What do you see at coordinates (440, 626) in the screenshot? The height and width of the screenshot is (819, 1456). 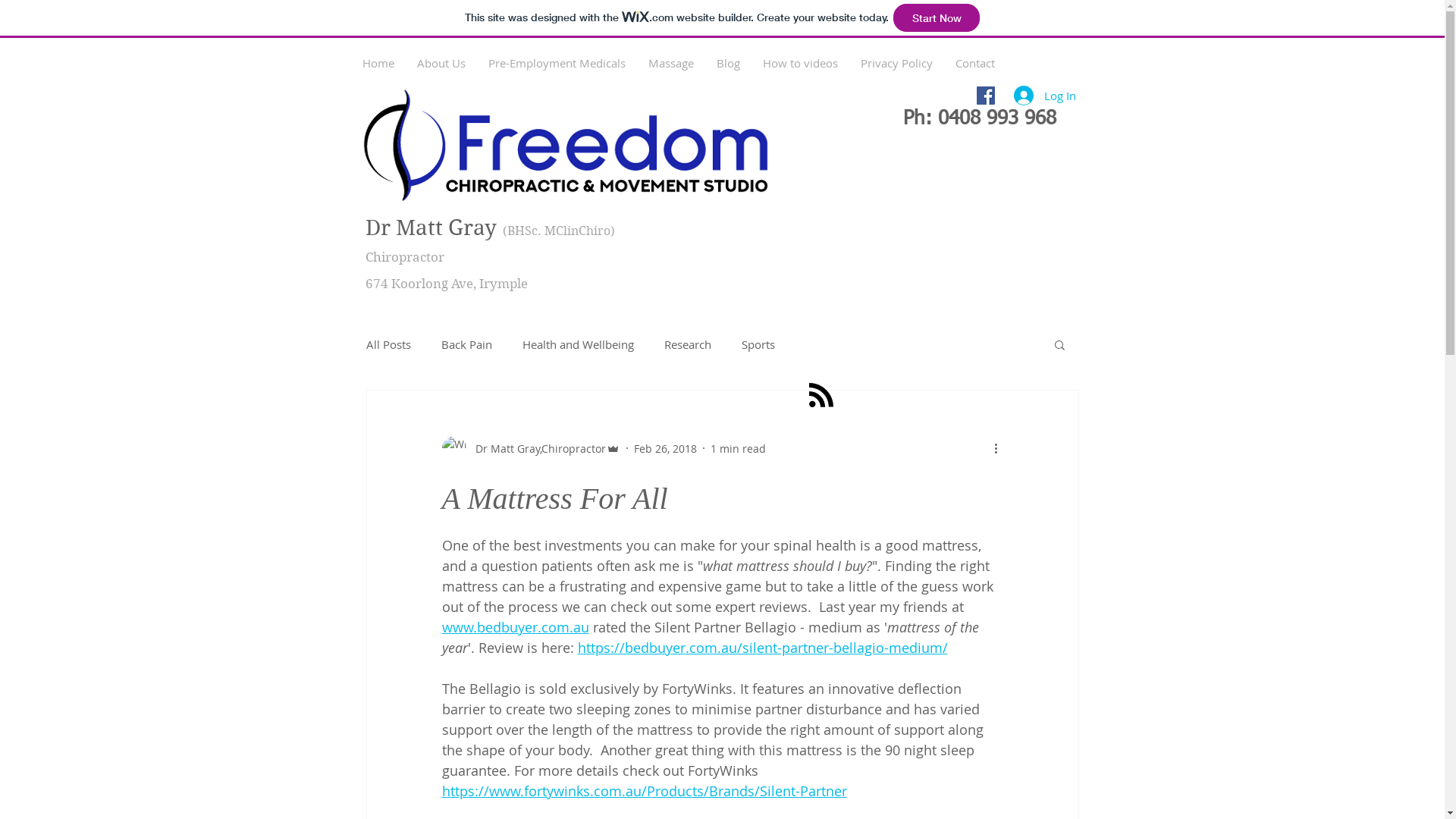 I see `'www.bedbuyer.com.au'` at bounding box center [440, 626].